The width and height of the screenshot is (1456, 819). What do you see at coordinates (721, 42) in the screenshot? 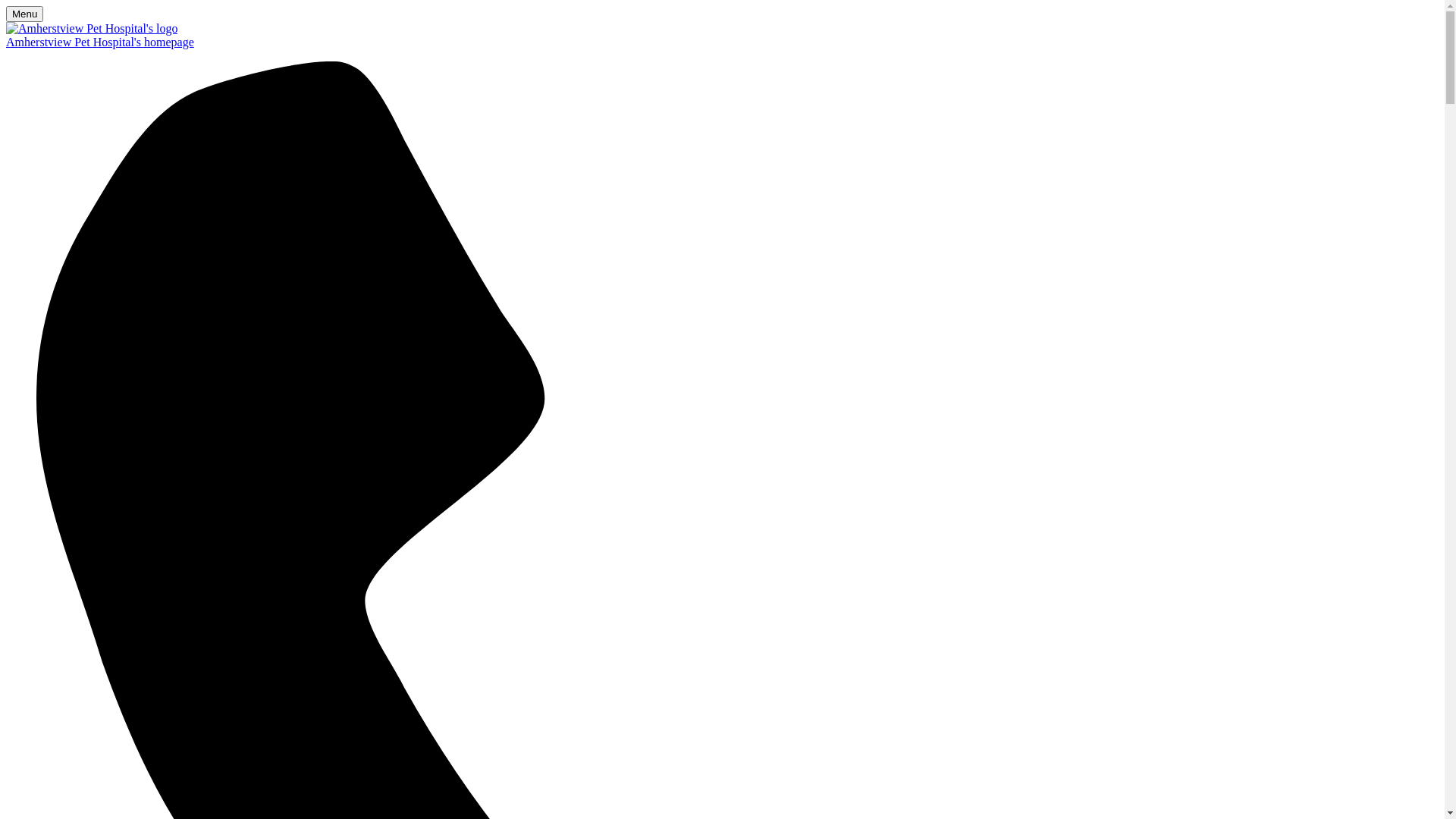
I see `'Amherstview Pet Hospital's homepage'` at bounding box center [721, 42].